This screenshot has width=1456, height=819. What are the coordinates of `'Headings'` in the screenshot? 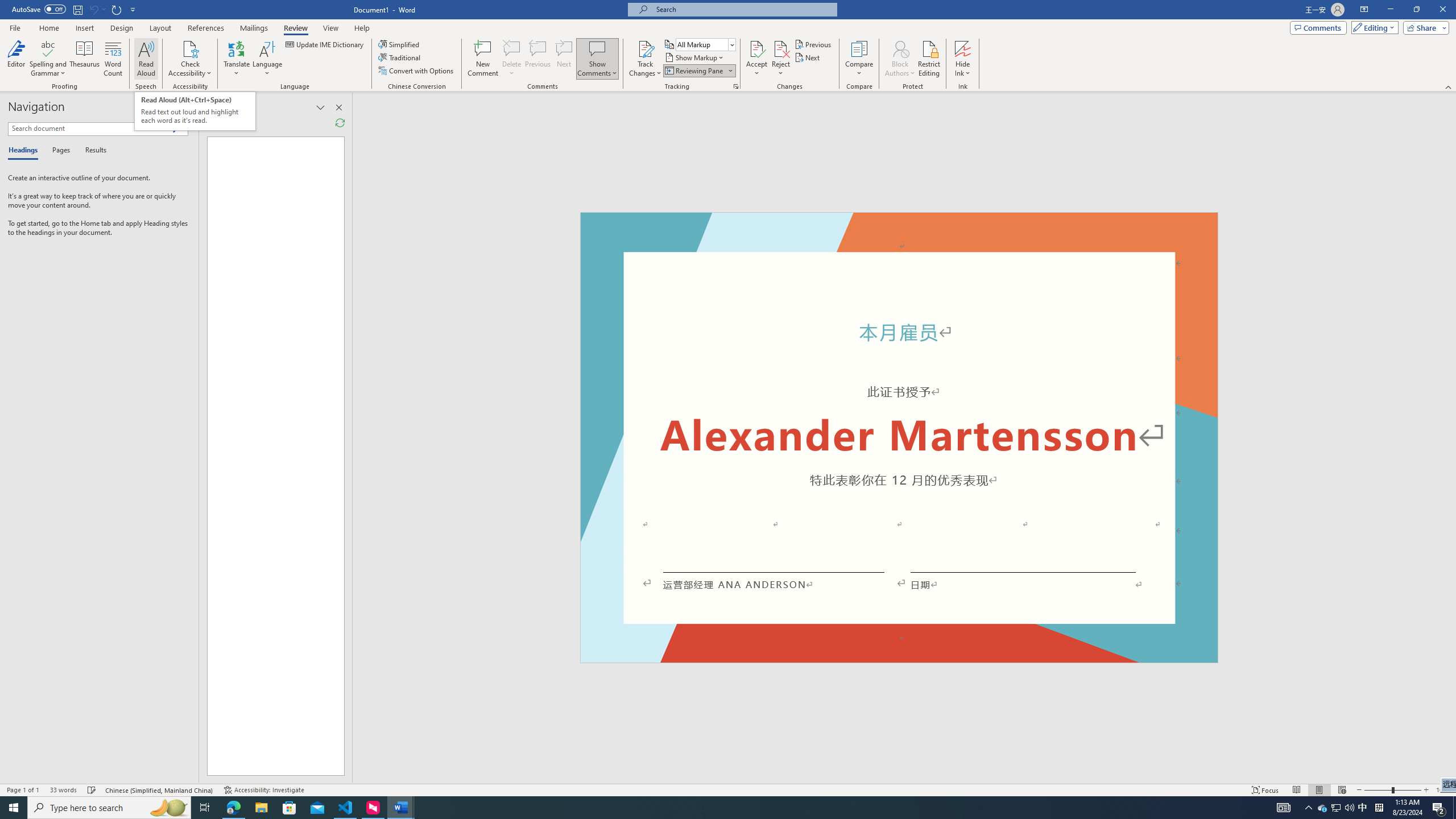 It's located at (25, 150).